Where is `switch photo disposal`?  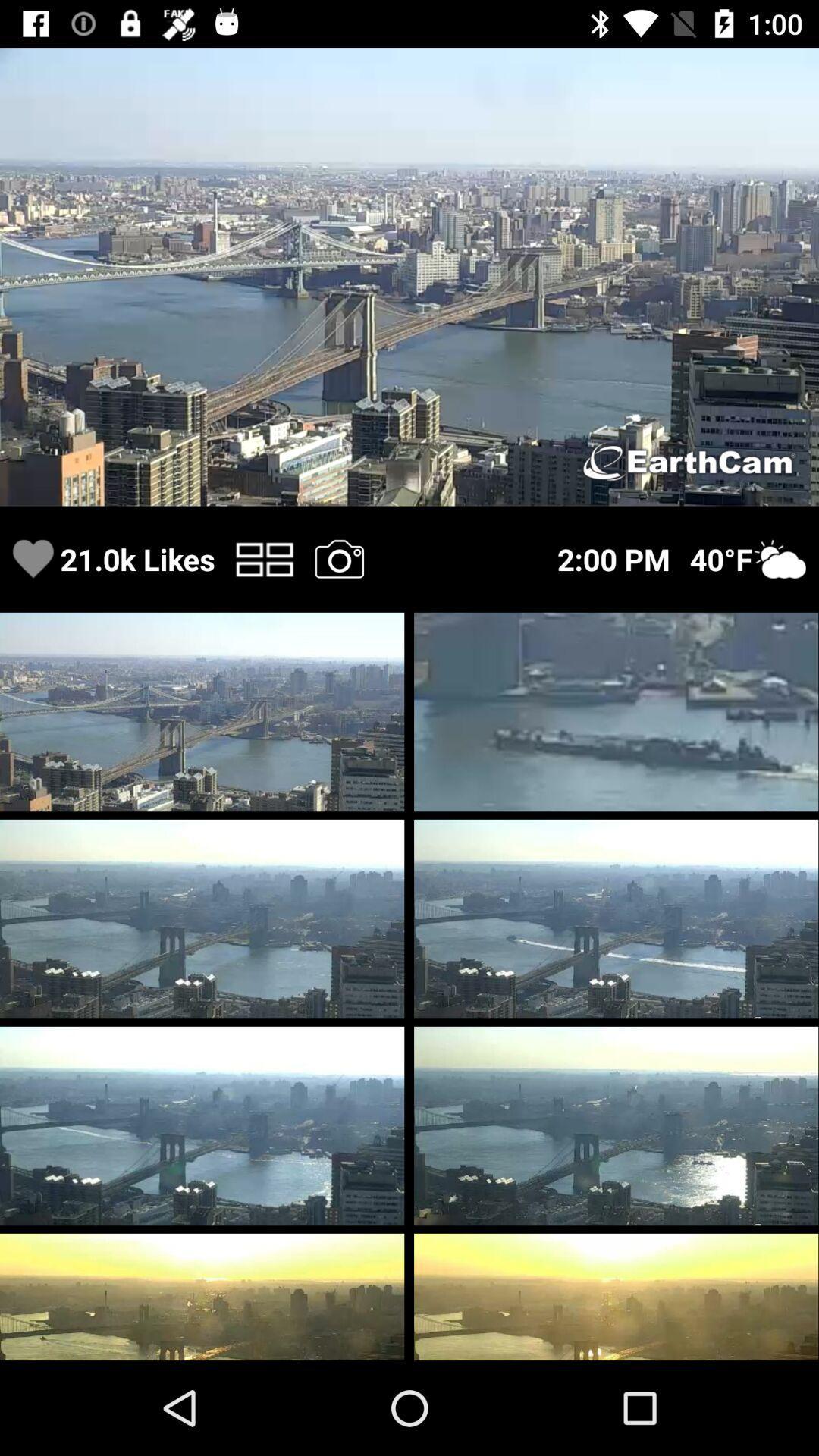
switch photo disposal is located at coordinates (264, 558).